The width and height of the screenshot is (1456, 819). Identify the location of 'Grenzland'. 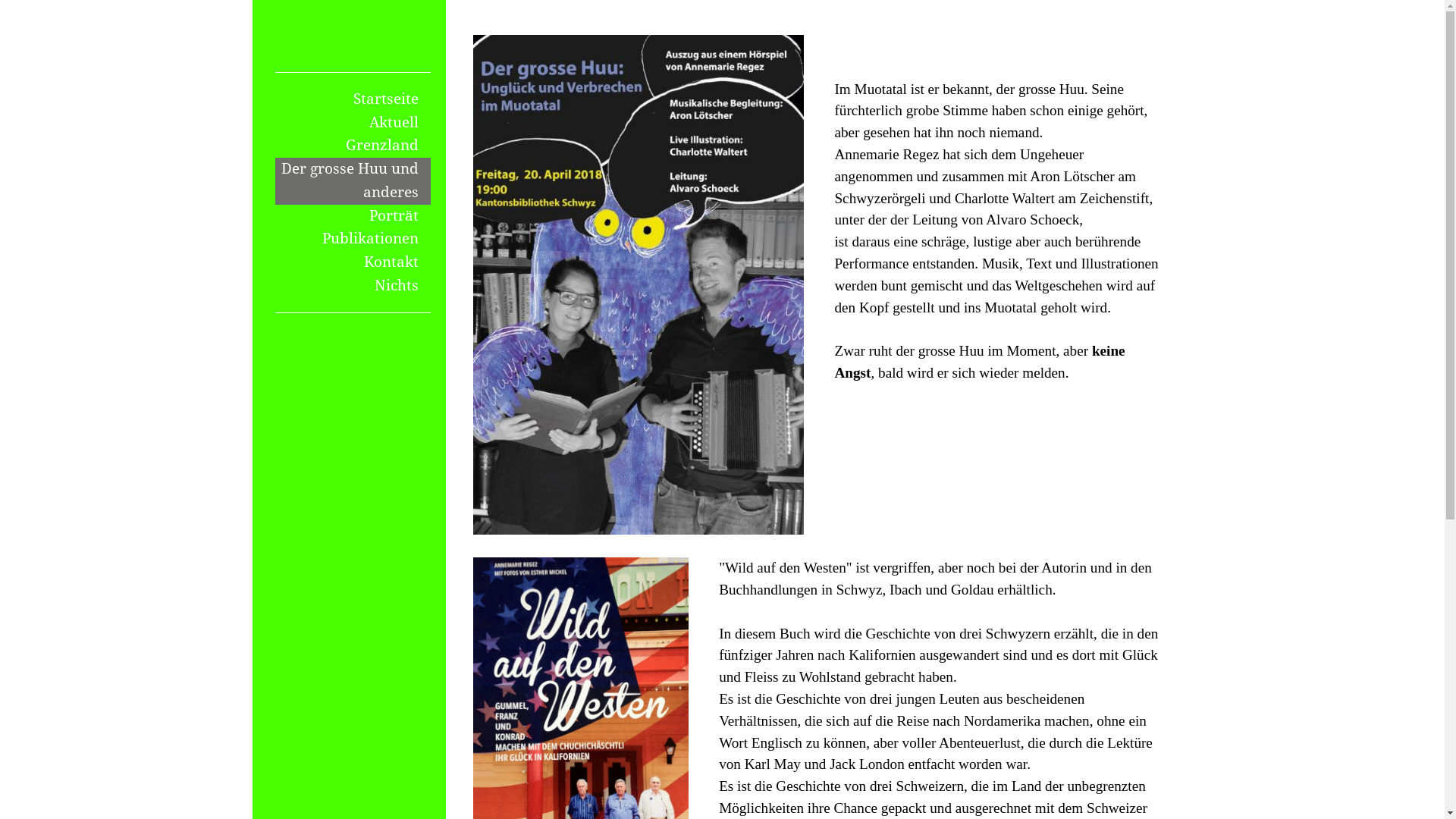
(352, 146).